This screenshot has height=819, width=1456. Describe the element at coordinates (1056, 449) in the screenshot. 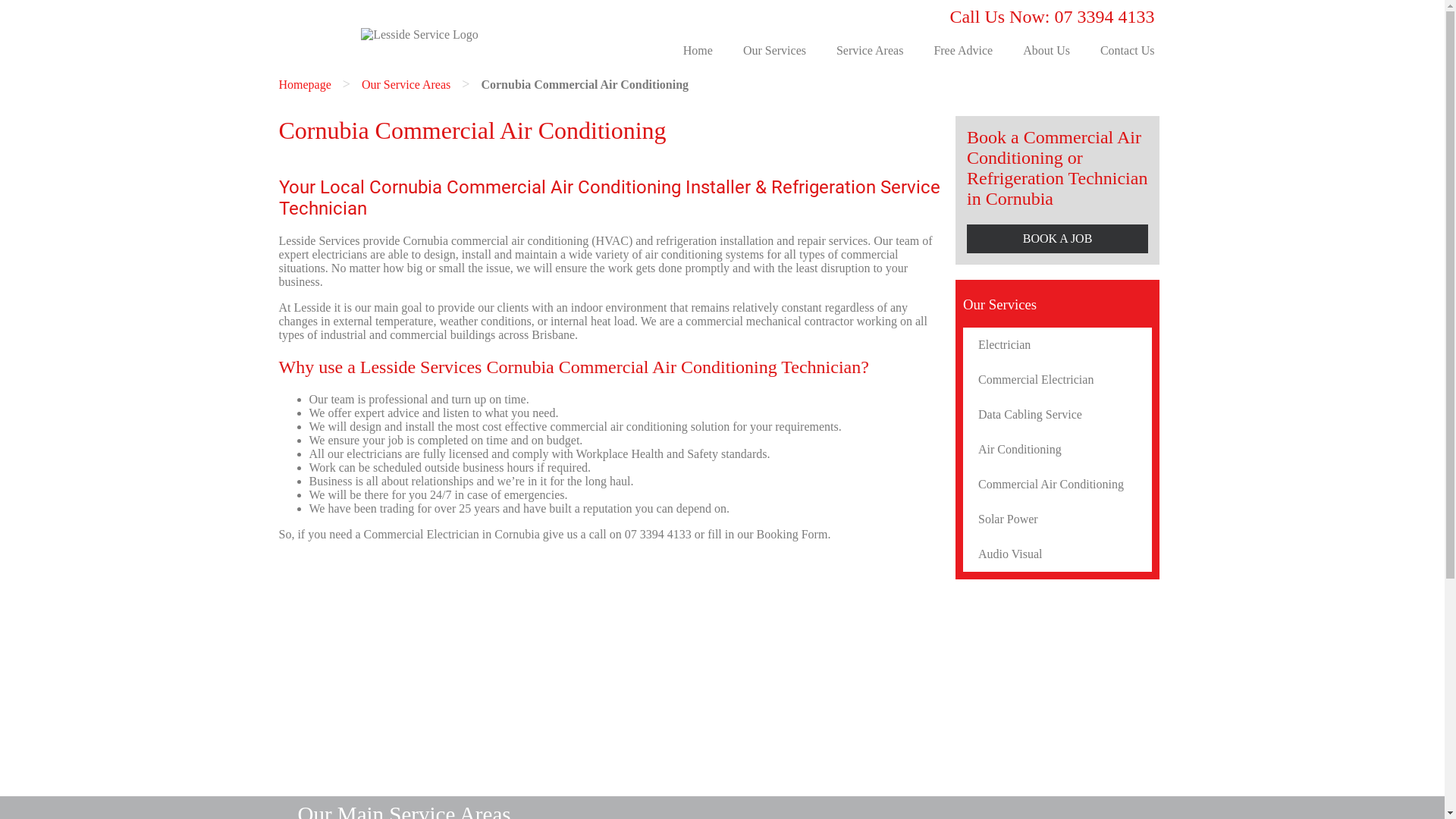

I see `'Air Conditioning'` at that location.